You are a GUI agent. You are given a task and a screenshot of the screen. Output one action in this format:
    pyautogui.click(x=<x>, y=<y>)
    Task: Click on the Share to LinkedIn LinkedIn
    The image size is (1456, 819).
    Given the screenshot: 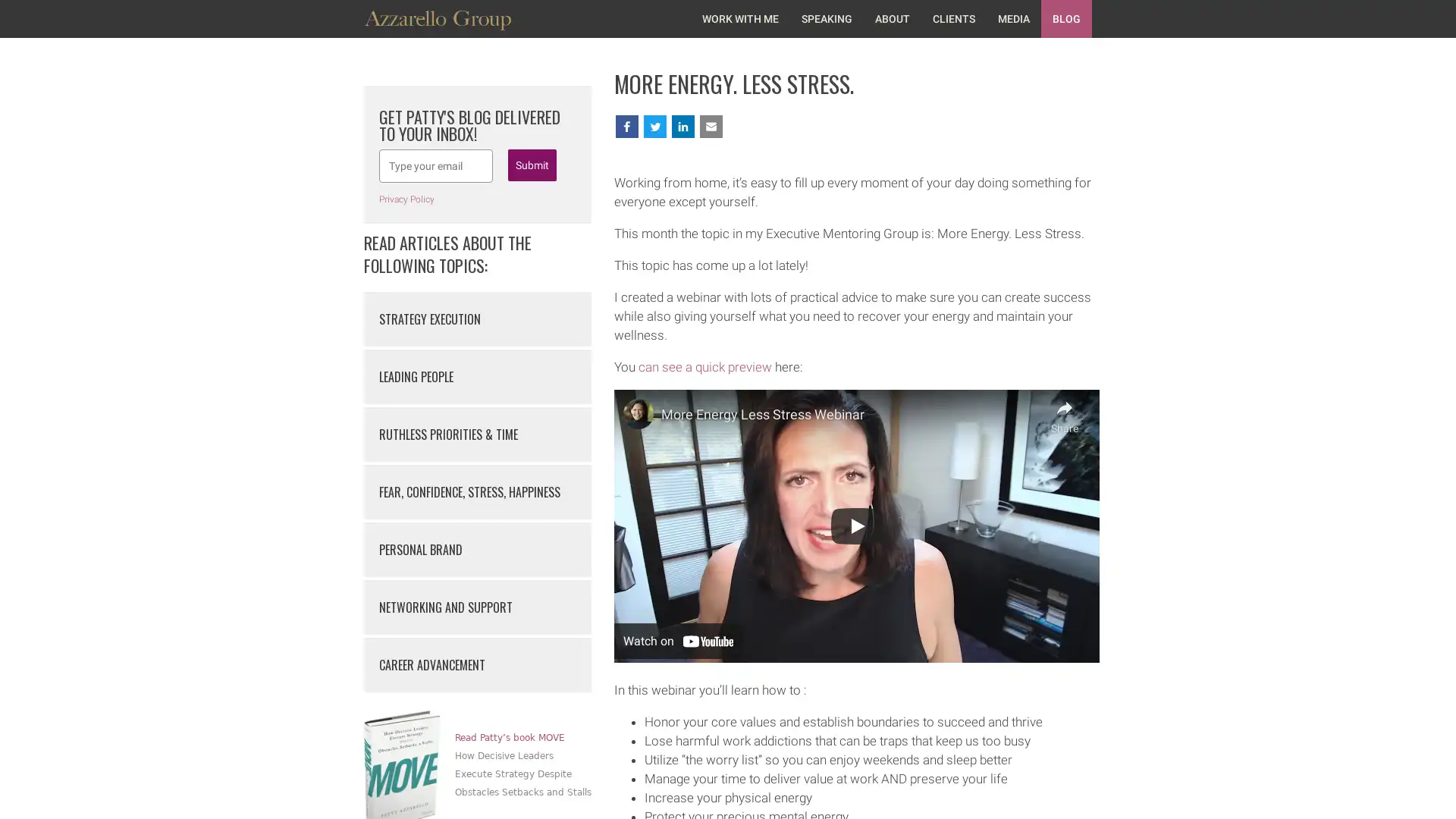 What is the action you would take?
    pyautogui.click(x=800, y=125)
    